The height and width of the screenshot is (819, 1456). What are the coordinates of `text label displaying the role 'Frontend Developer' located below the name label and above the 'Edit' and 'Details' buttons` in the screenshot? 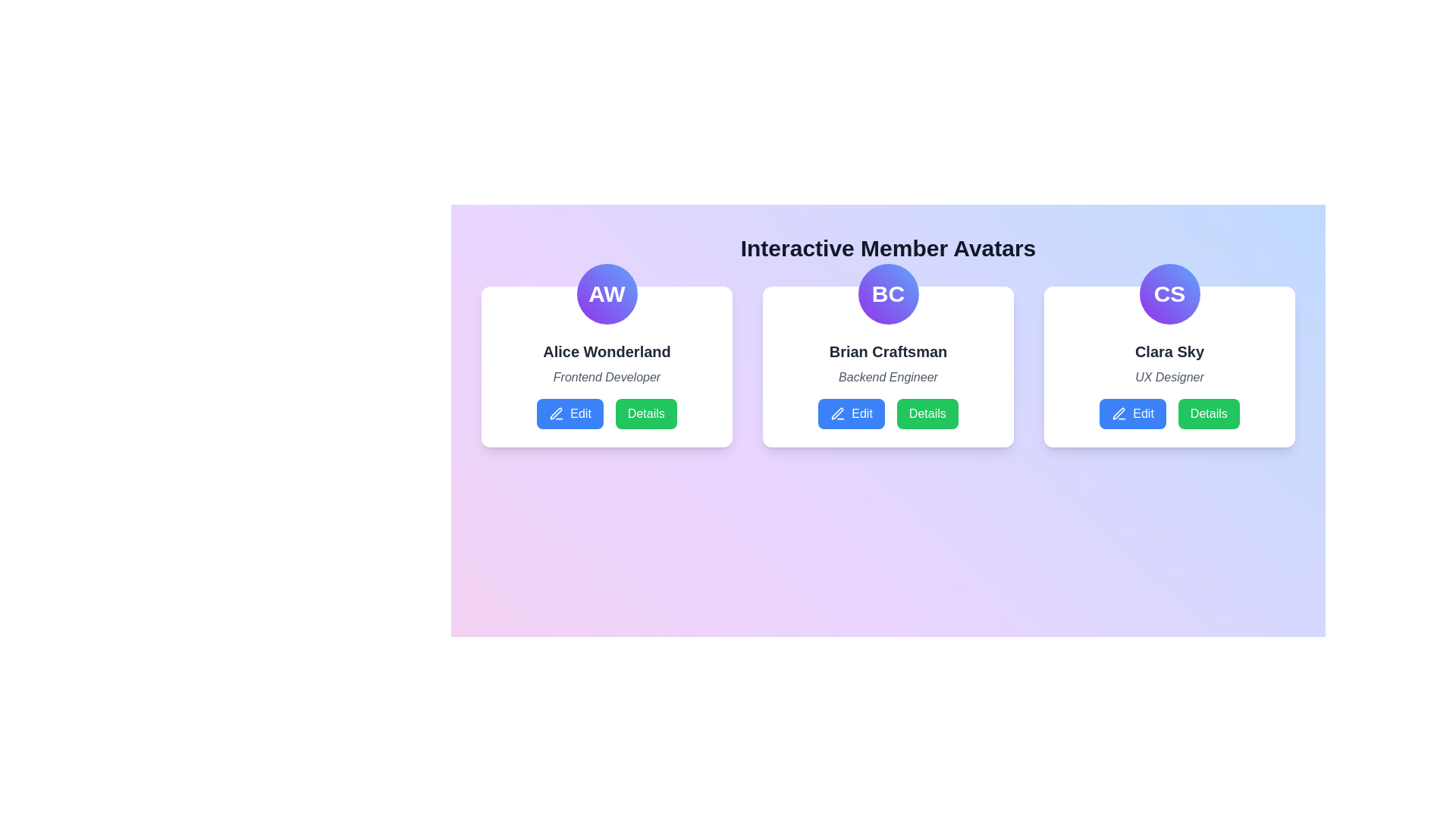 It's located at (607, 376).